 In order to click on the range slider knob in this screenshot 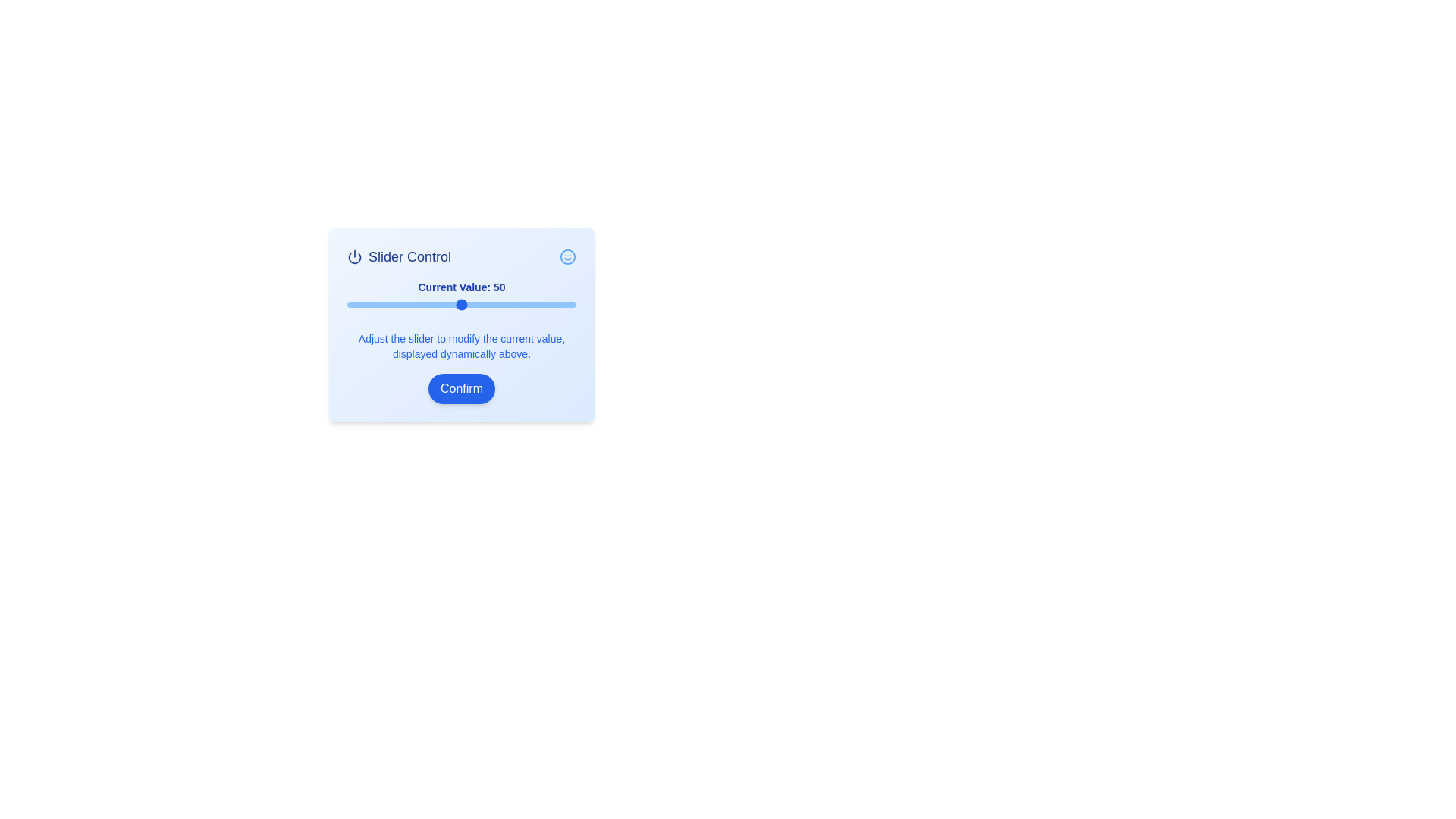, I will do `click(461, 304)`.